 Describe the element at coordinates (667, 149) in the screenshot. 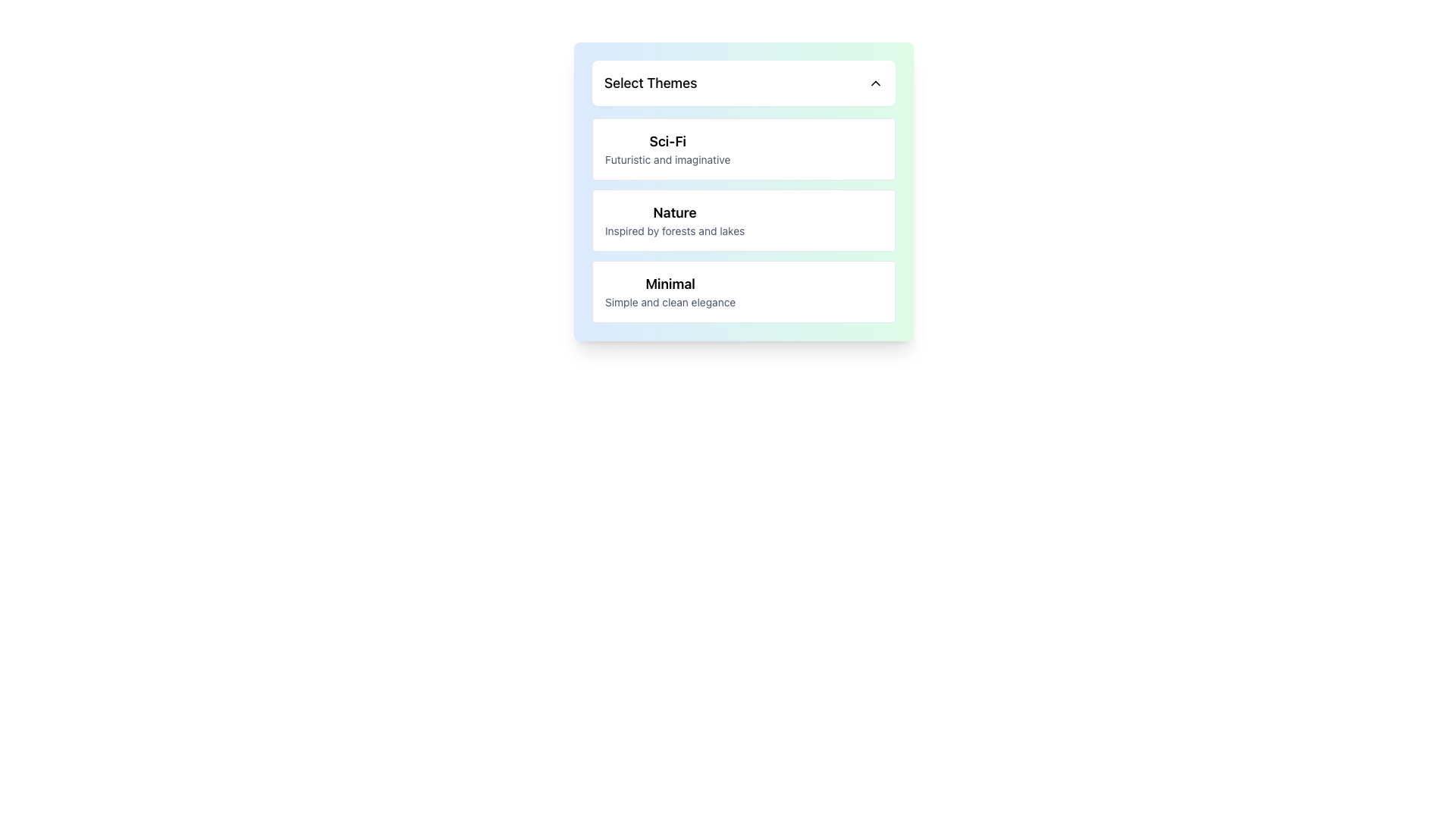

I see `the topmost interactive list item labeled 'Sci-Fi' under the 'Select Themes' header` at that location.